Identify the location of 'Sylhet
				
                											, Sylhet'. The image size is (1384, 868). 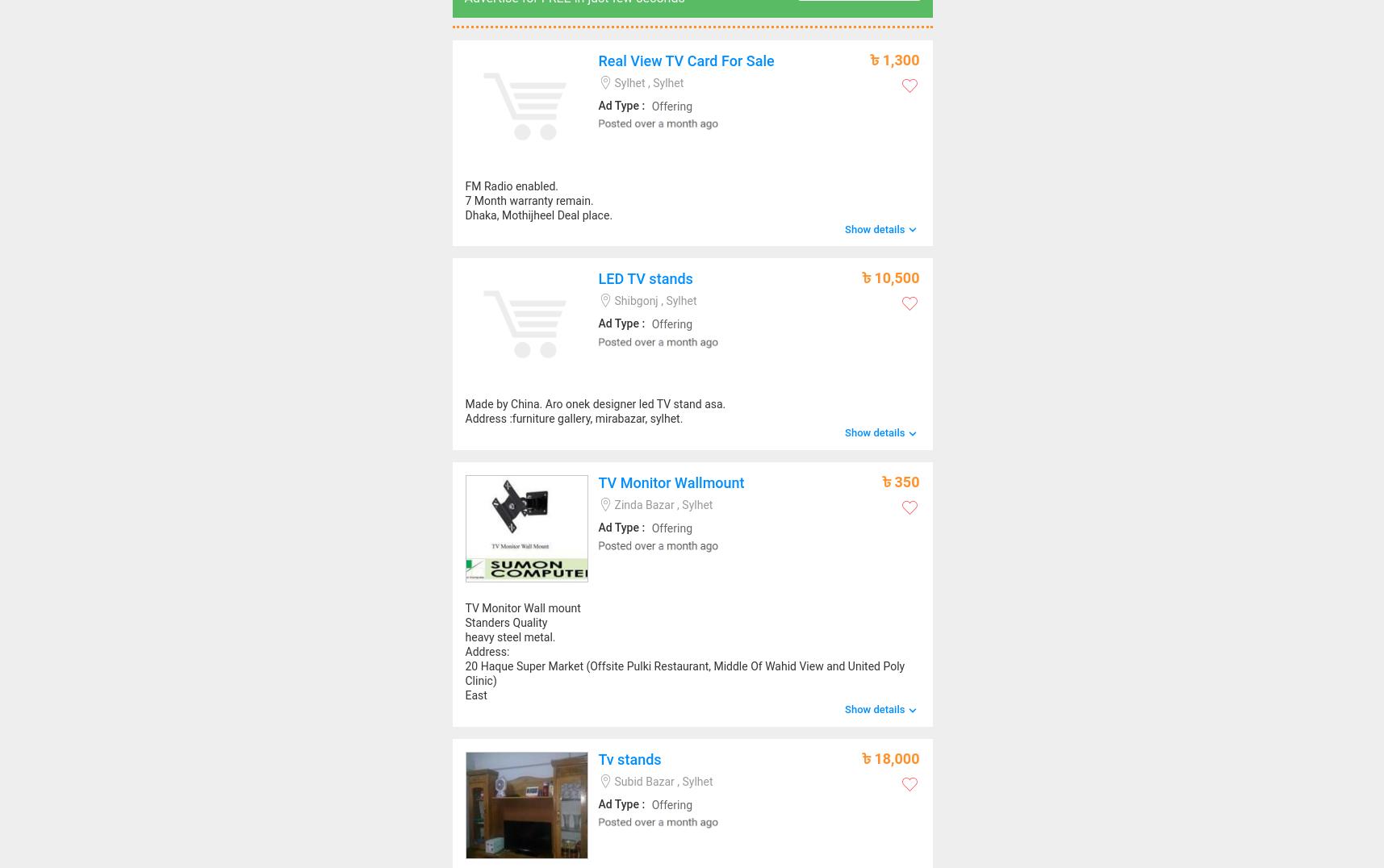
(647, 81).